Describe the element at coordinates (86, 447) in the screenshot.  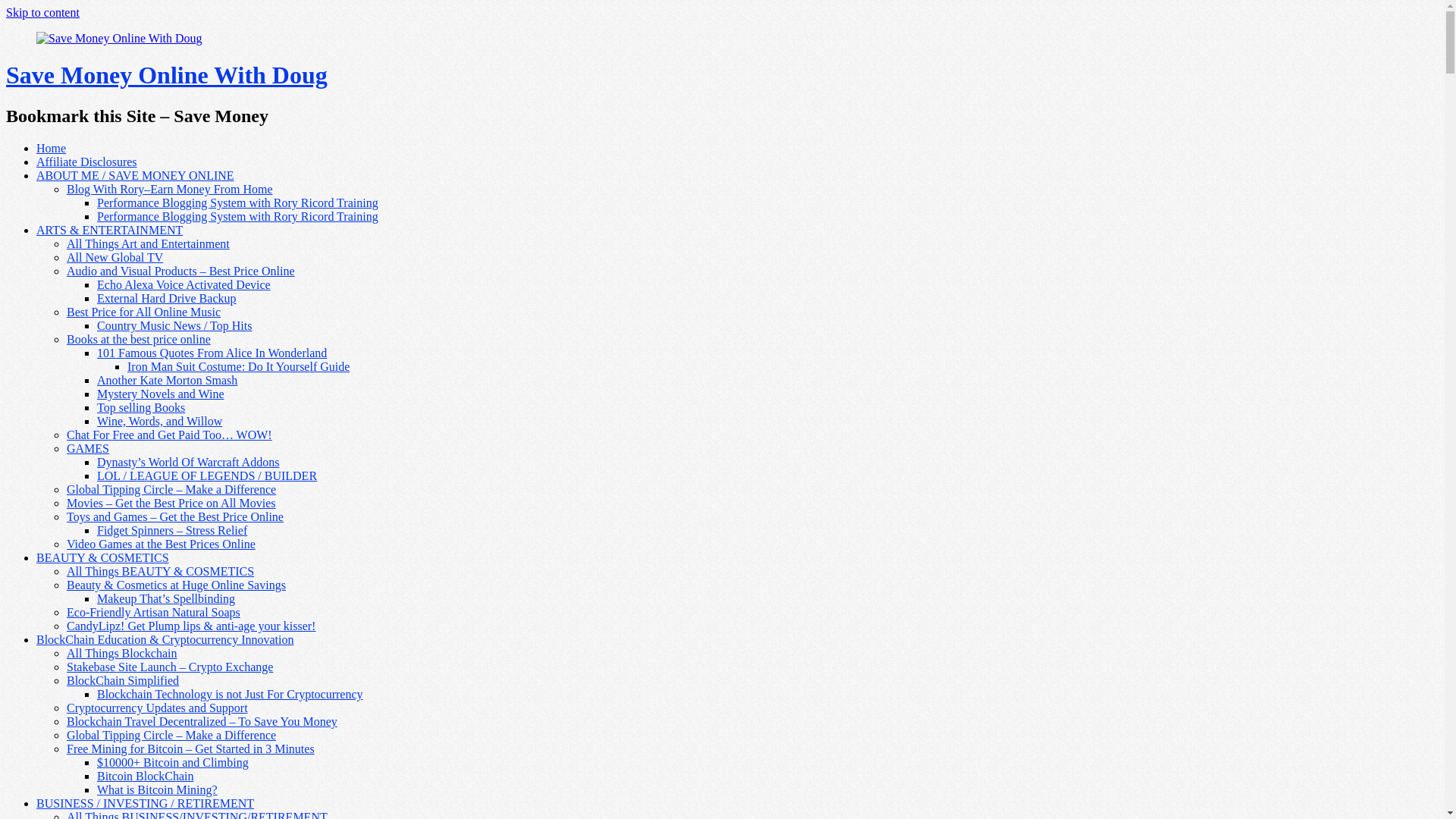
I see `'GAMES'` at that location.